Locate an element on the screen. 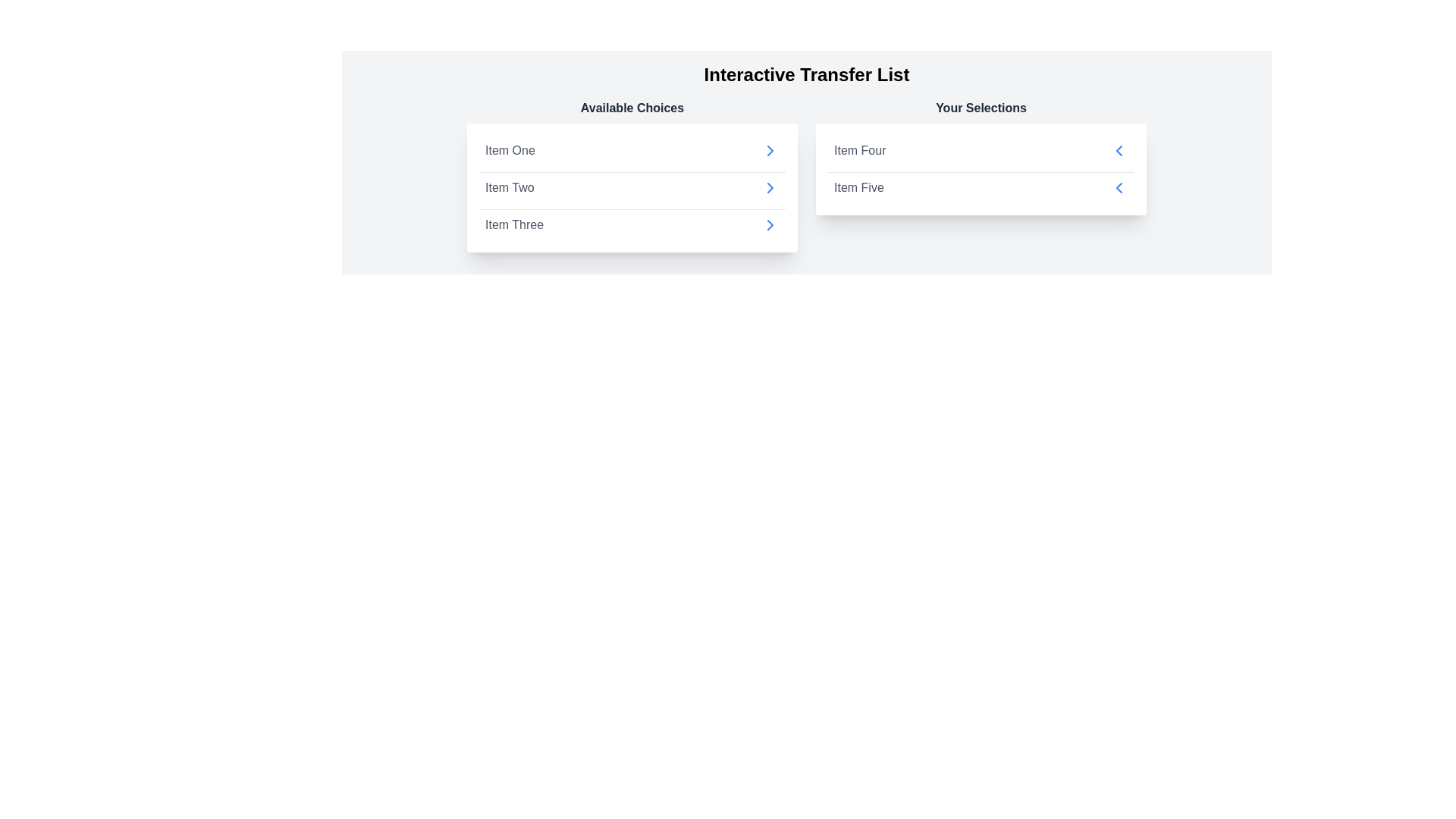 Image resolution: width=1456 pixels, height=819 pixels. arrow next to the item Item Two in the 'Available Choices' list to transfer it to 'Your Selections' is located at coordinates (770, 187).